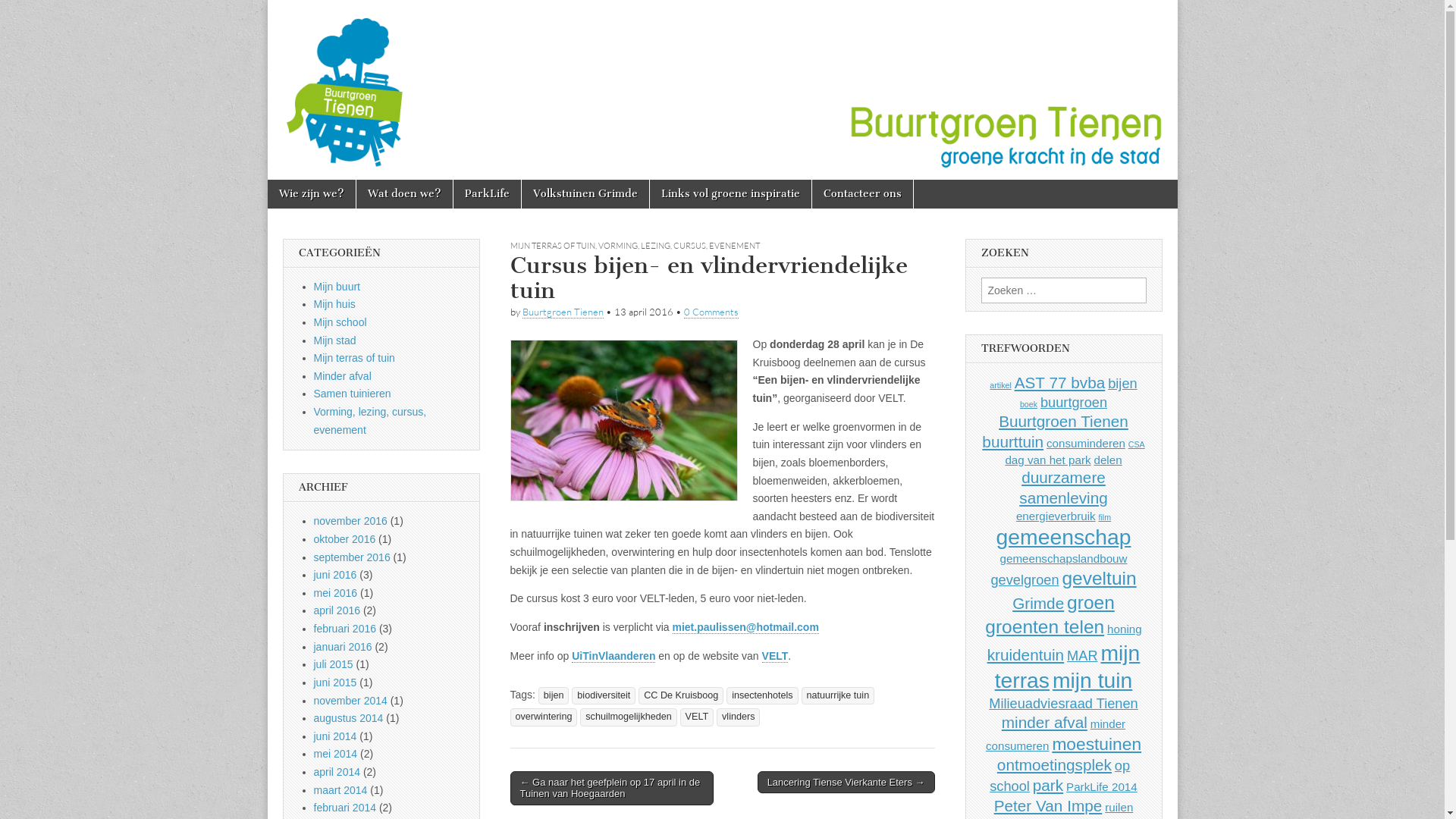 Image resolution: width=1456 pixels, height=819 pixels. Describe the element at coordinates (1037, 602) in the screenshot. I see `'Grimde'` at that location.